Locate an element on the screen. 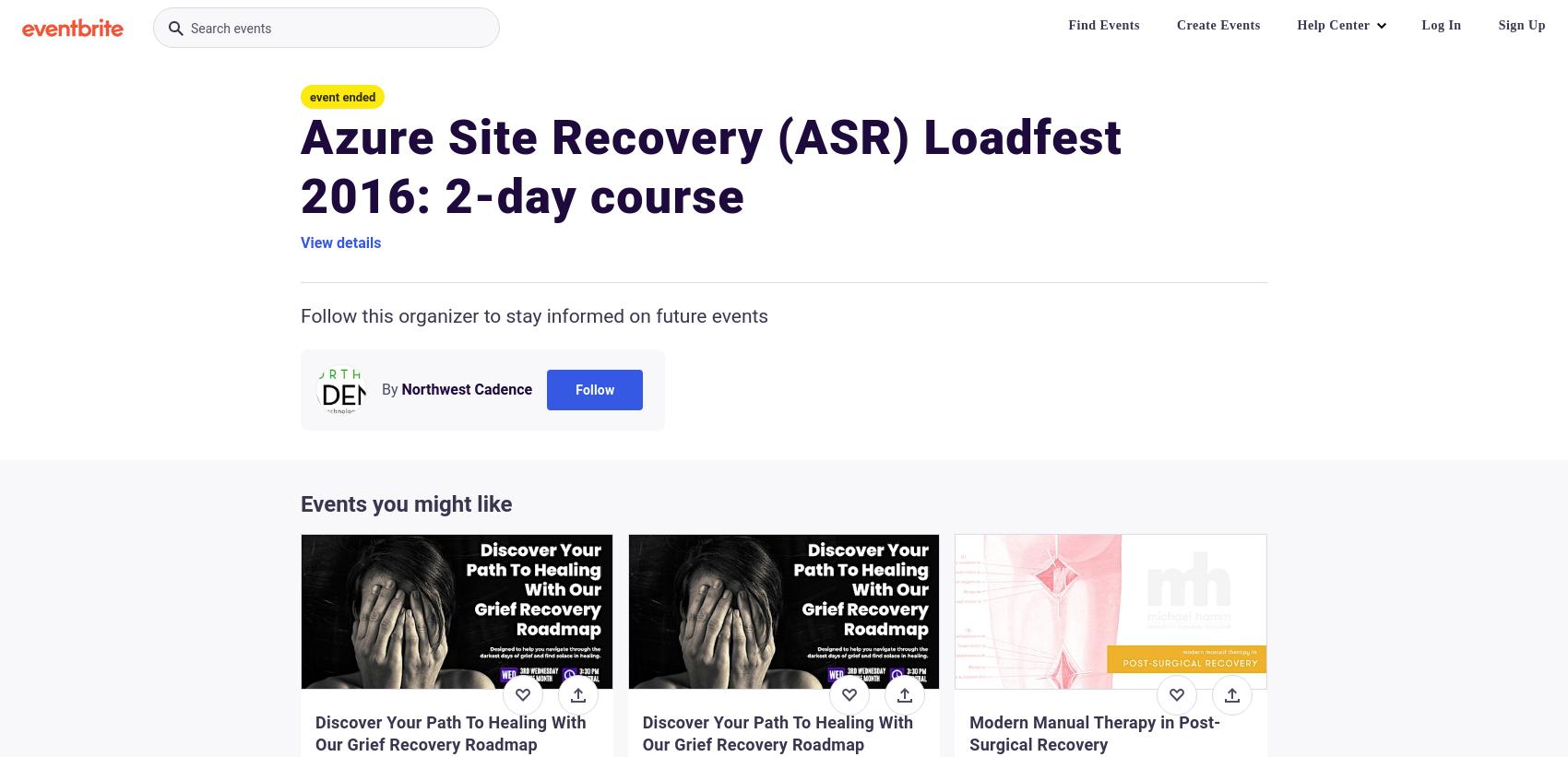 This screenshot has width=1568, height=757. 'Create Events' is located at coordinates (1176, 24).